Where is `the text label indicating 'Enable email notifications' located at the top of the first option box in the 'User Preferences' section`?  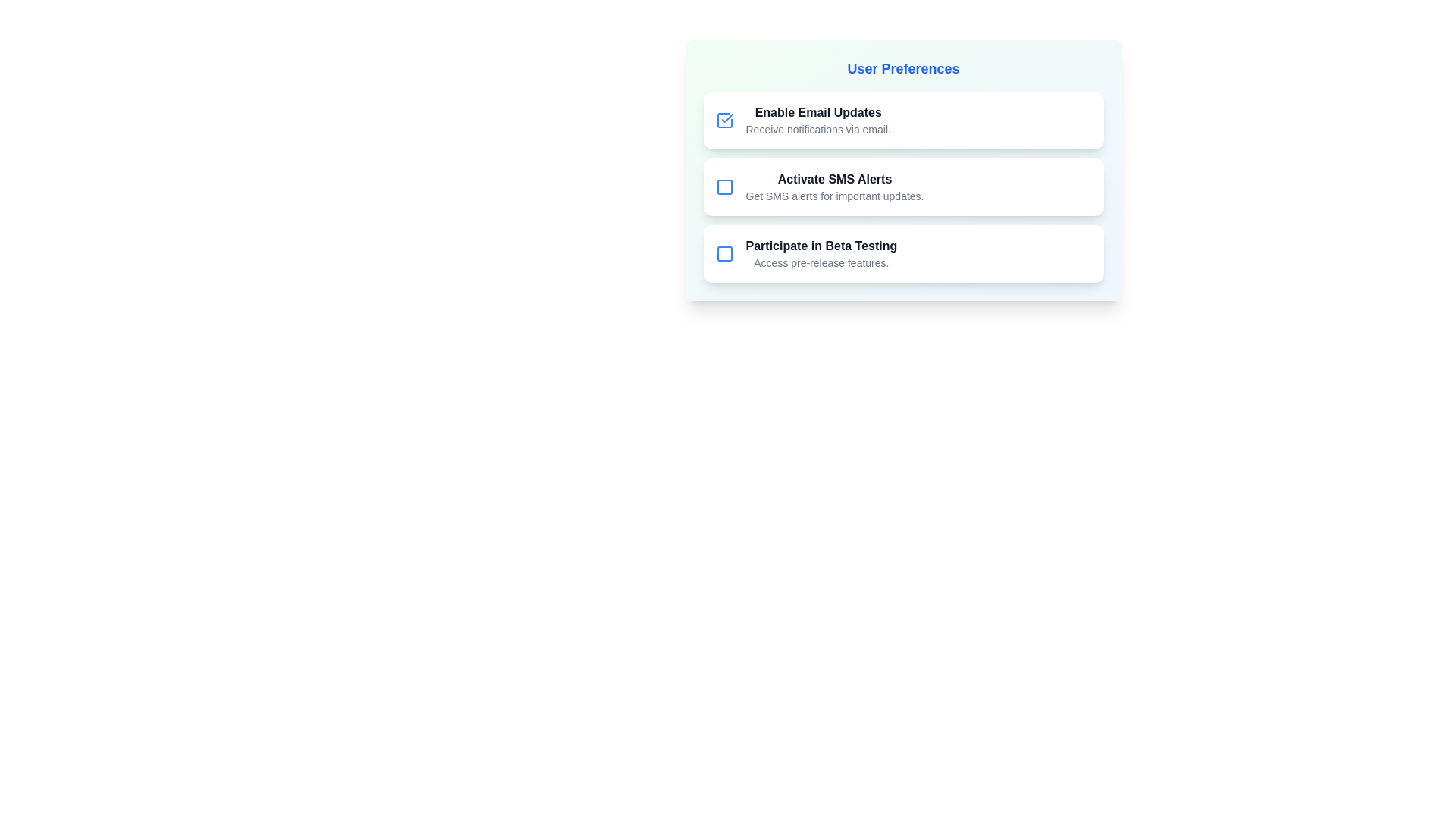 the text label indicating 'Enable email notifications' located at the top of the first option box in the 'User Preferences' section is located at coordinates (817, 112).